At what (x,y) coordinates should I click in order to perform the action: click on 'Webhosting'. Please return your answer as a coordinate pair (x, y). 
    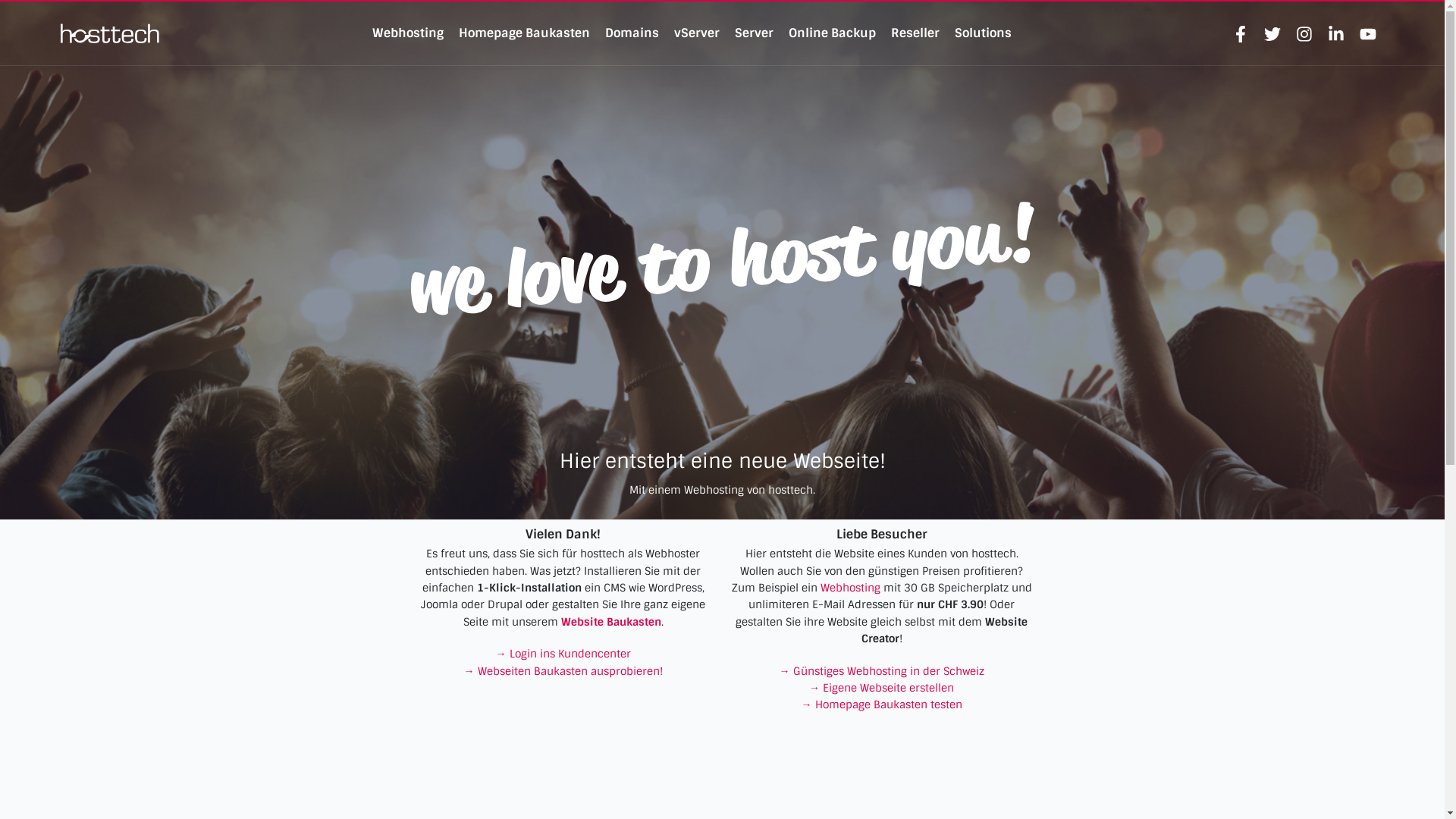
    Looking at the image, I should click on (850, 587).